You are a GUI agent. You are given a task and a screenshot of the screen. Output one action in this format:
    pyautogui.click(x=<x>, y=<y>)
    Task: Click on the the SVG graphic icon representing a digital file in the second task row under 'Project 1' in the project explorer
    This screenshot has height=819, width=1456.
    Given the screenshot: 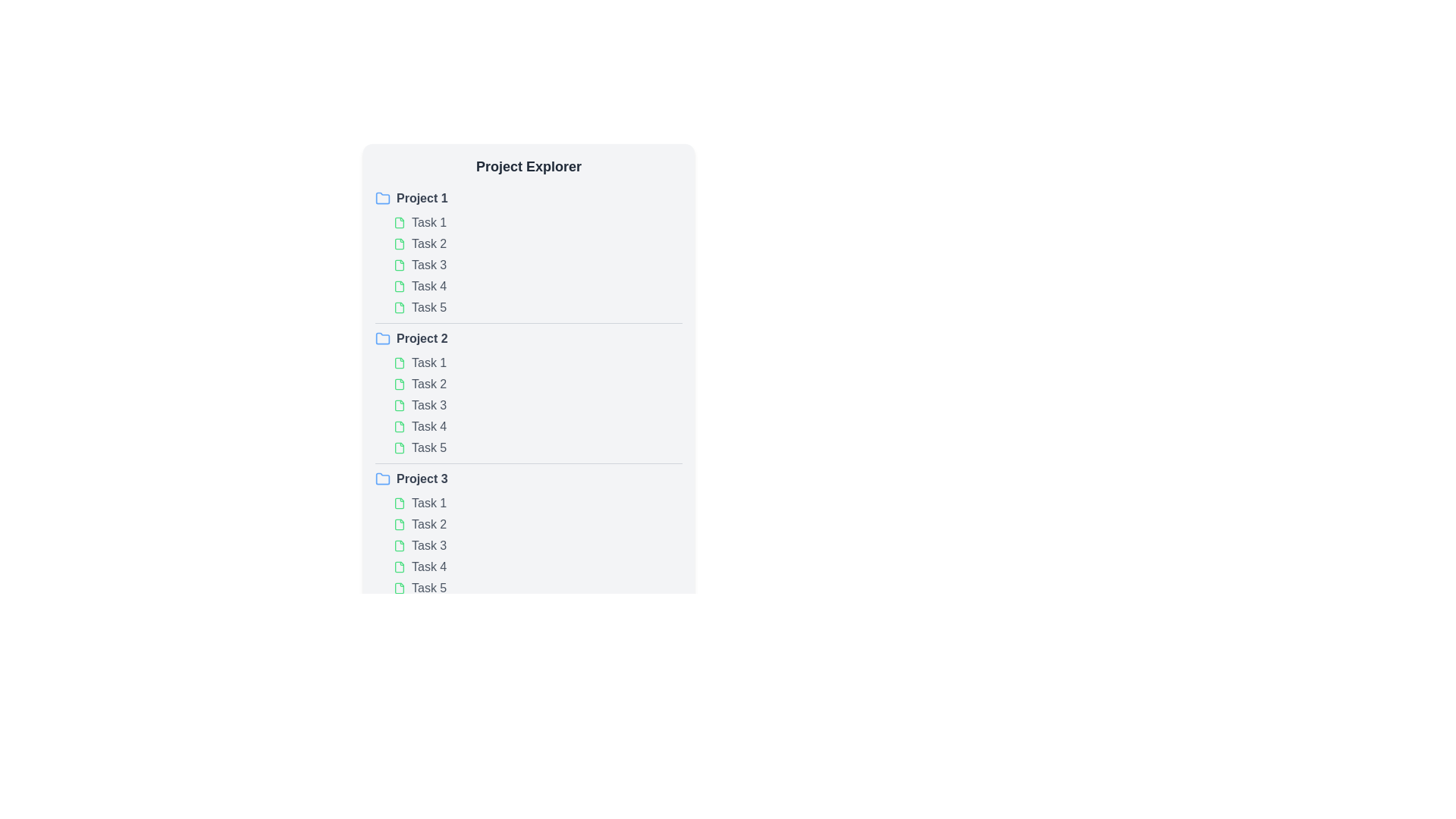 What is the action you would take?
    pyautogui.click(x=400, y=265)
    